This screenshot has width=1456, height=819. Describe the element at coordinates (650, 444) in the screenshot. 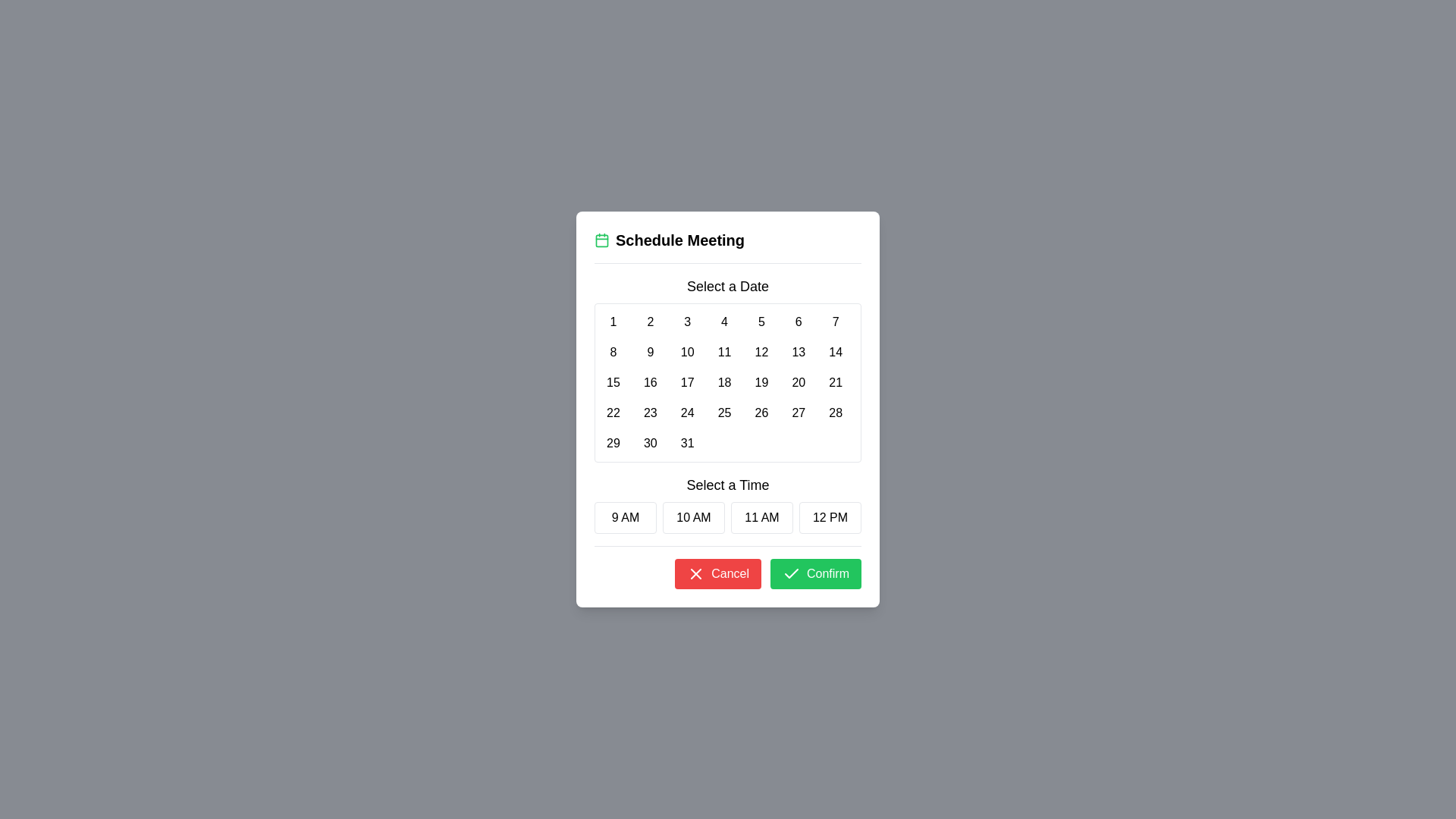

I see `the button` at that location.